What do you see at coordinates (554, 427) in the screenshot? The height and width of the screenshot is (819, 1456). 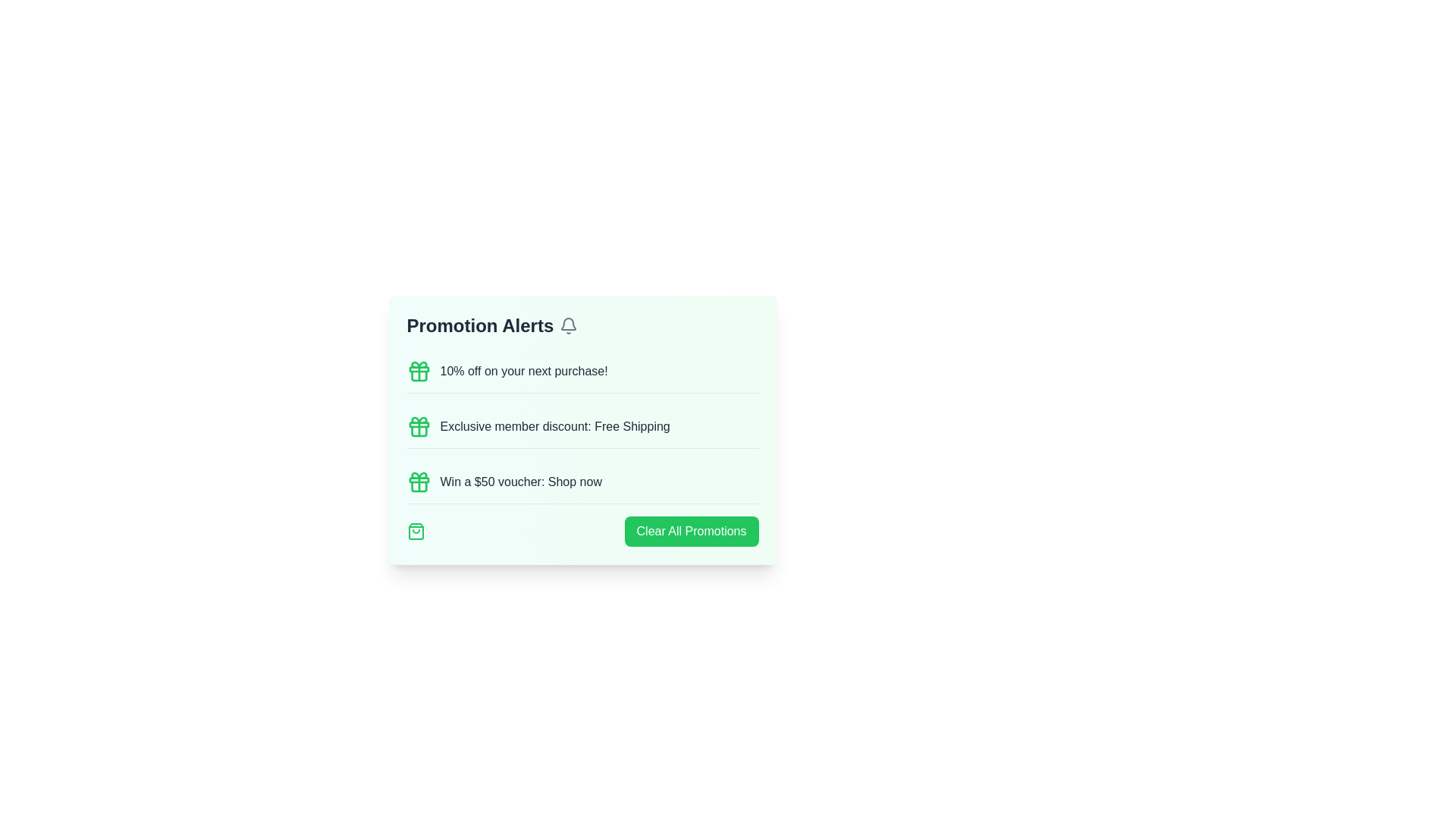 I see `the informational text label displaying promotion details, located in the second row of the 'Promotion Alerts' section, below '10% off on your next purchase!' and above 'Win a $50 voucher: Shop now'` at bounding box center [554, 427].